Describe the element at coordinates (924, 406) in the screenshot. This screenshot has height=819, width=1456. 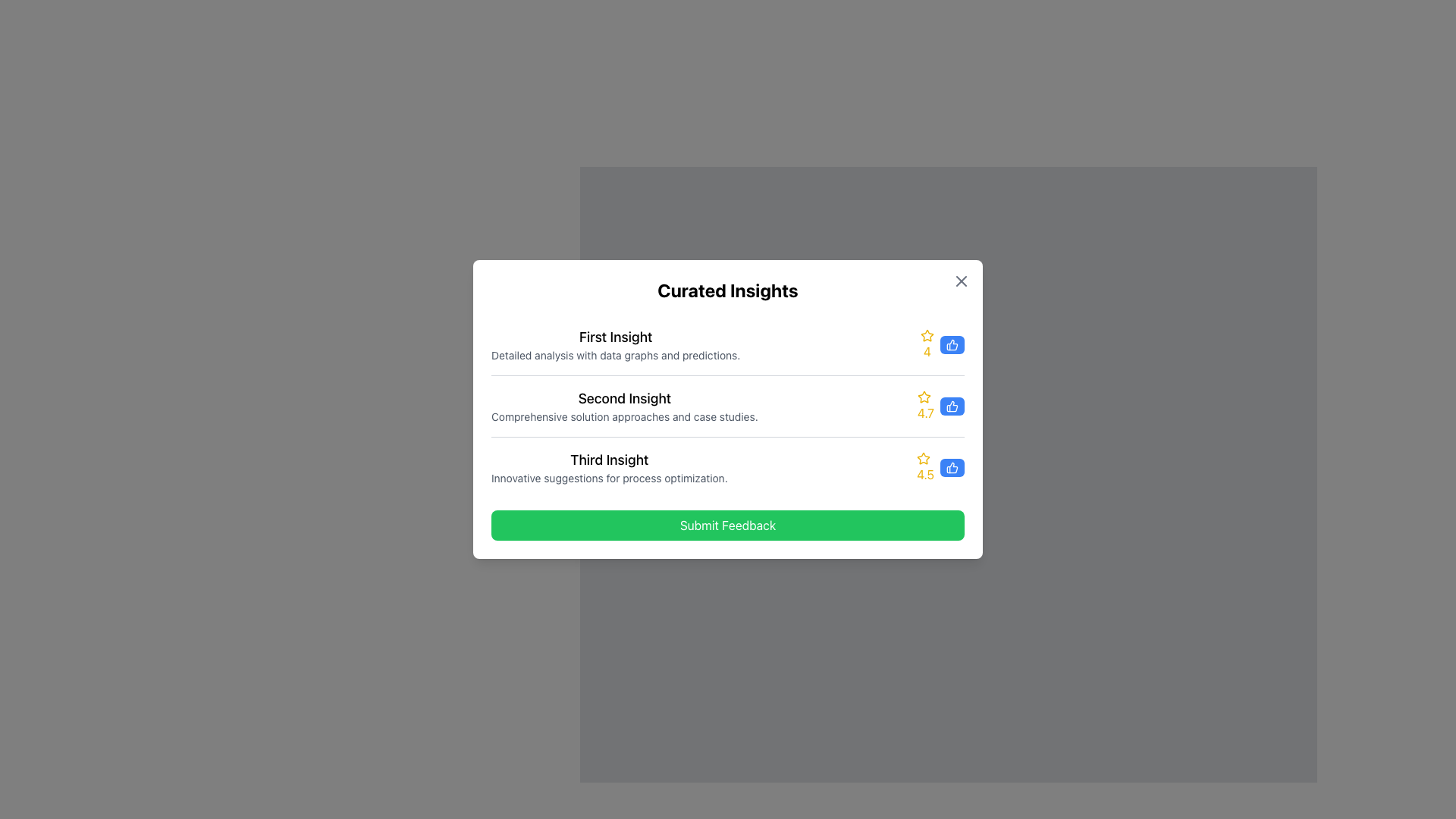
I see `numerical value '4.7' displayed in yellow color in the second insight section, located to the left of the thumbs-up icon and below the star symbol indicating the rating` at that location.